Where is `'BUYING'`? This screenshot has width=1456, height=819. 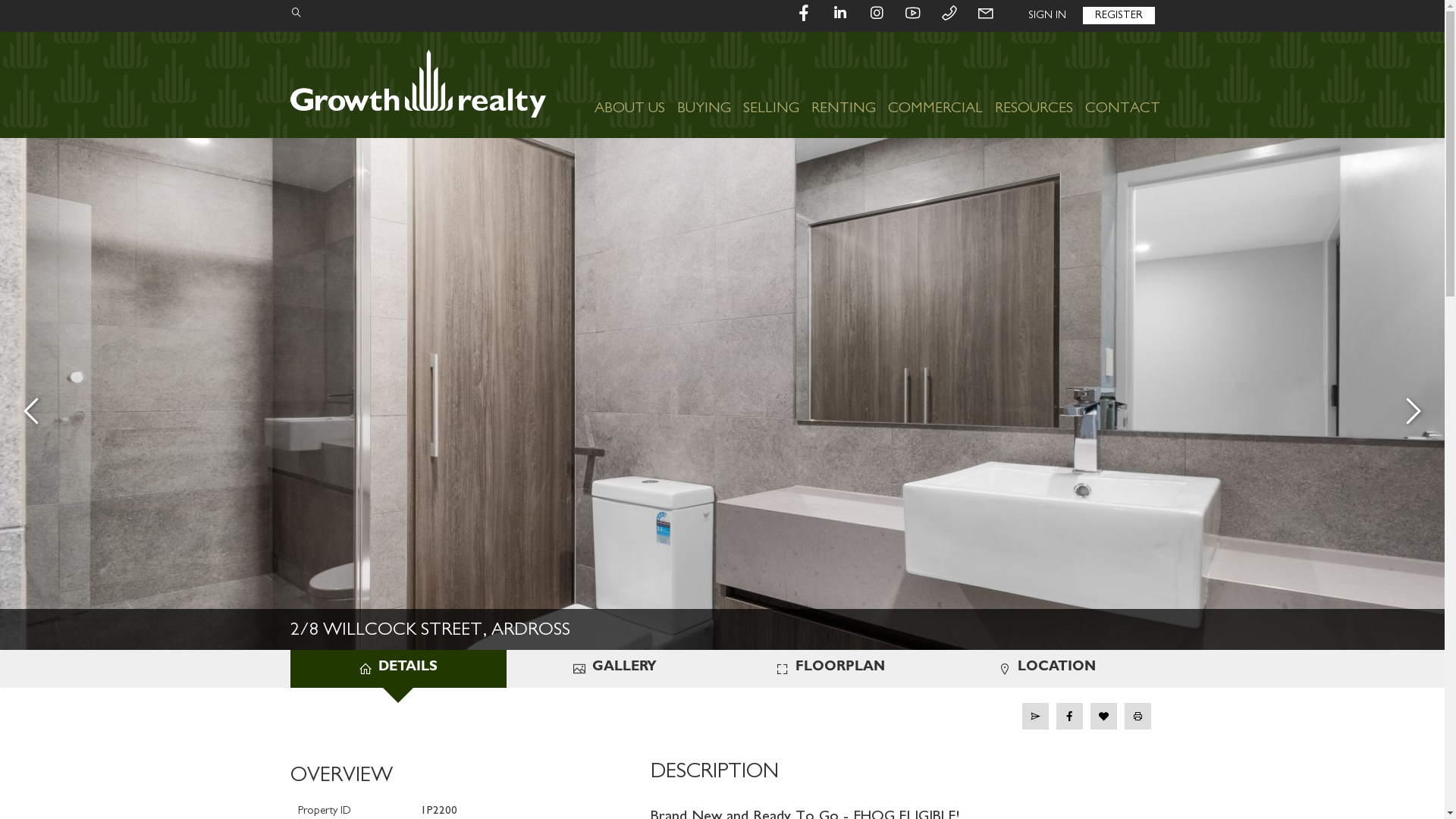 'BUYING' is located at coordinates (702, 84).